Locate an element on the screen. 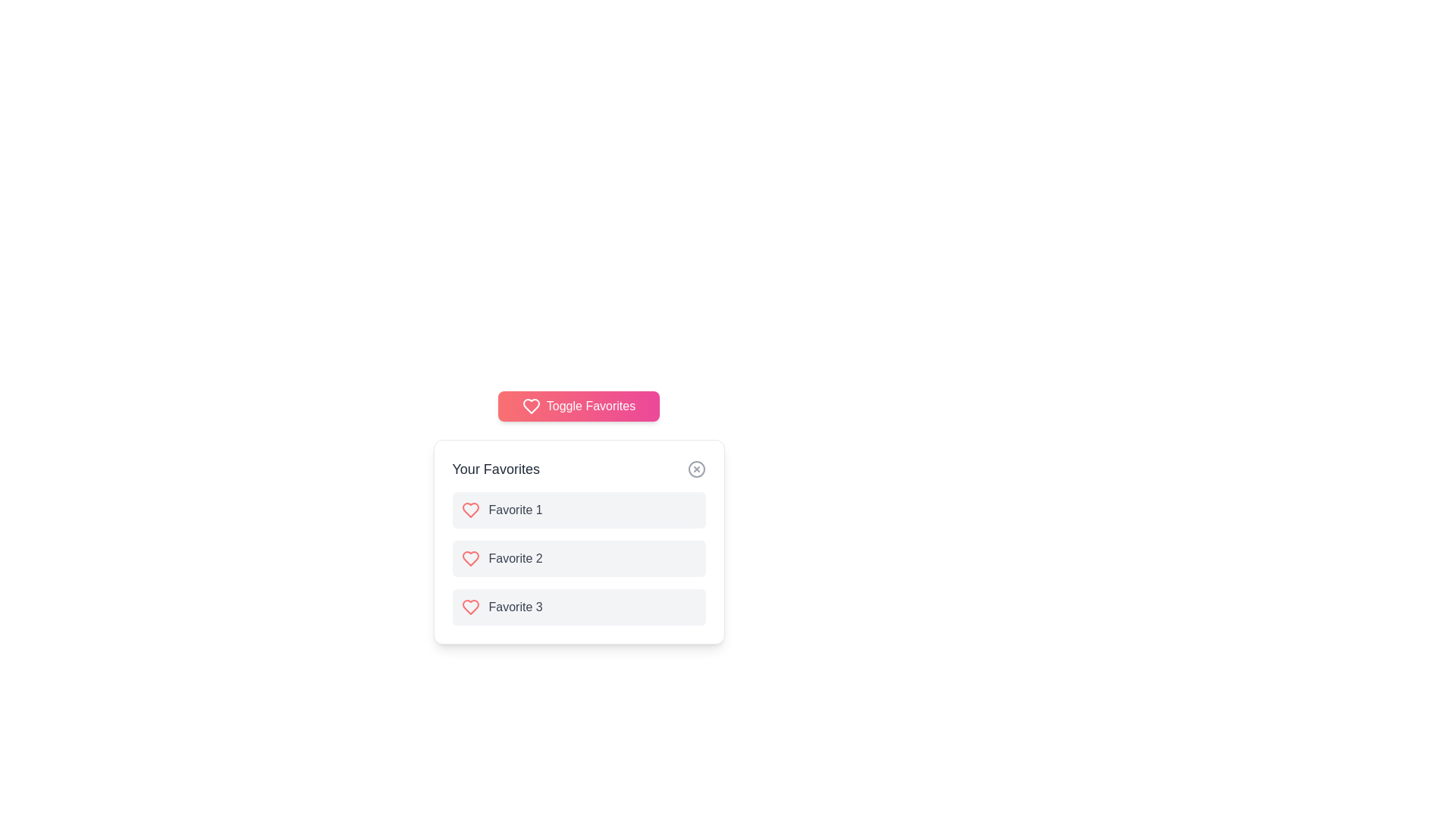 This screenshot has height=819, width=1456. the toggle button located above the 'Your Favorites' section to show or hide the favorites list is located at coordinates (578, 406).